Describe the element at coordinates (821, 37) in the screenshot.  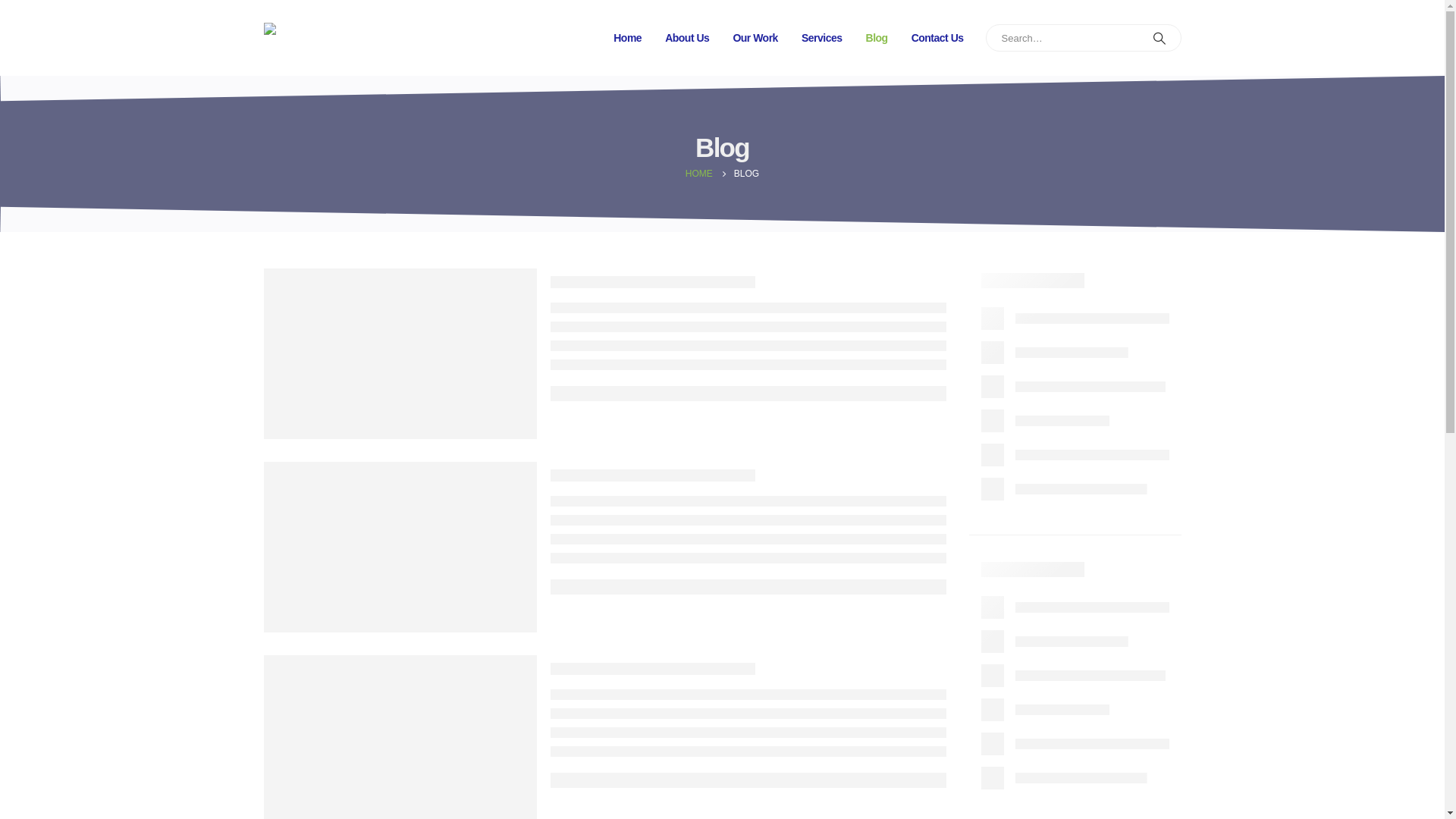
I see `'Services'` at that location.